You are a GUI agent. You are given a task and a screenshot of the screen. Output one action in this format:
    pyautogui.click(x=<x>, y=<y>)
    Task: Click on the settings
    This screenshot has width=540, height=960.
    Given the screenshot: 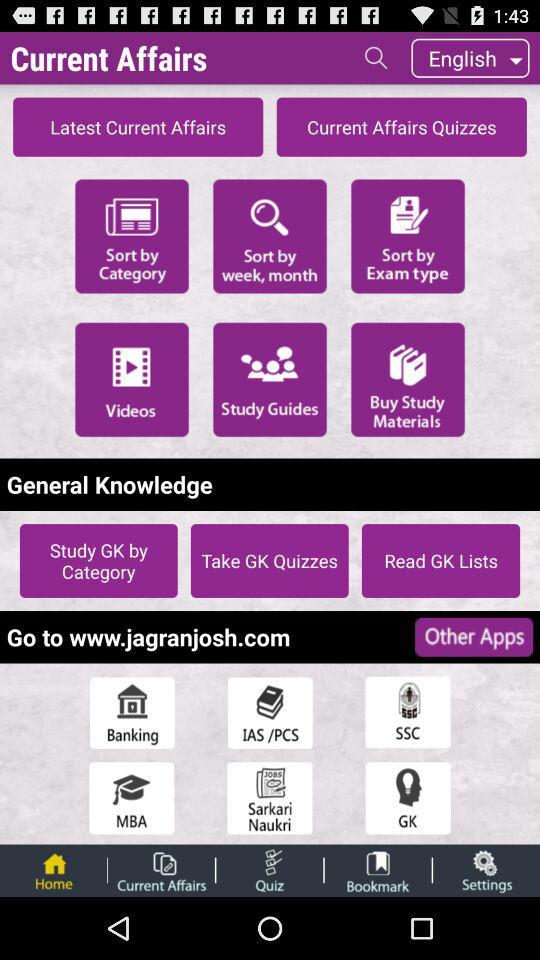 What is the action you would take?
    pyautogui.click(x=485, y=869)
    